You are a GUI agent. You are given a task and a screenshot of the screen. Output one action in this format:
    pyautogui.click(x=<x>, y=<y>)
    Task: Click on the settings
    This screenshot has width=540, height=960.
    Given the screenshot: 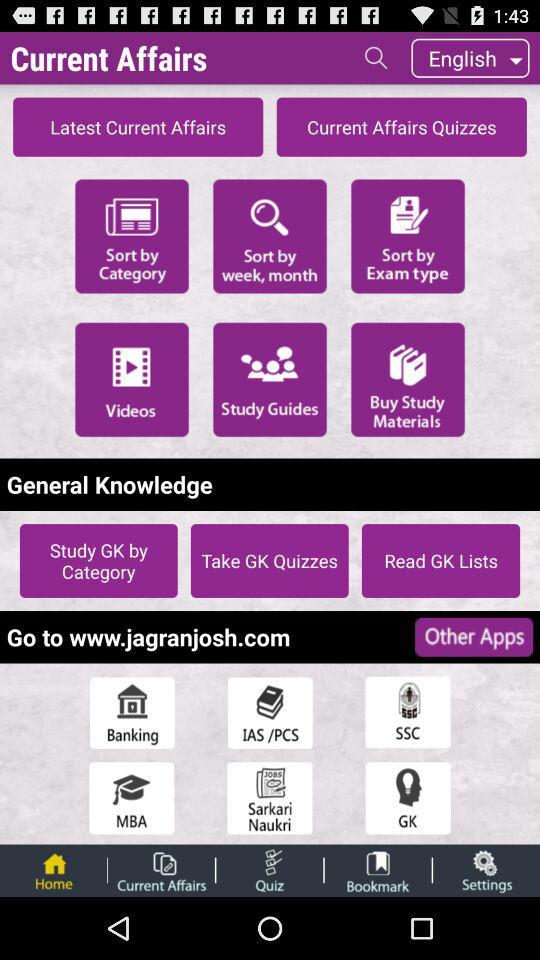 What is the action you would take?
    pyautogui.click(x=485, y=869)
    